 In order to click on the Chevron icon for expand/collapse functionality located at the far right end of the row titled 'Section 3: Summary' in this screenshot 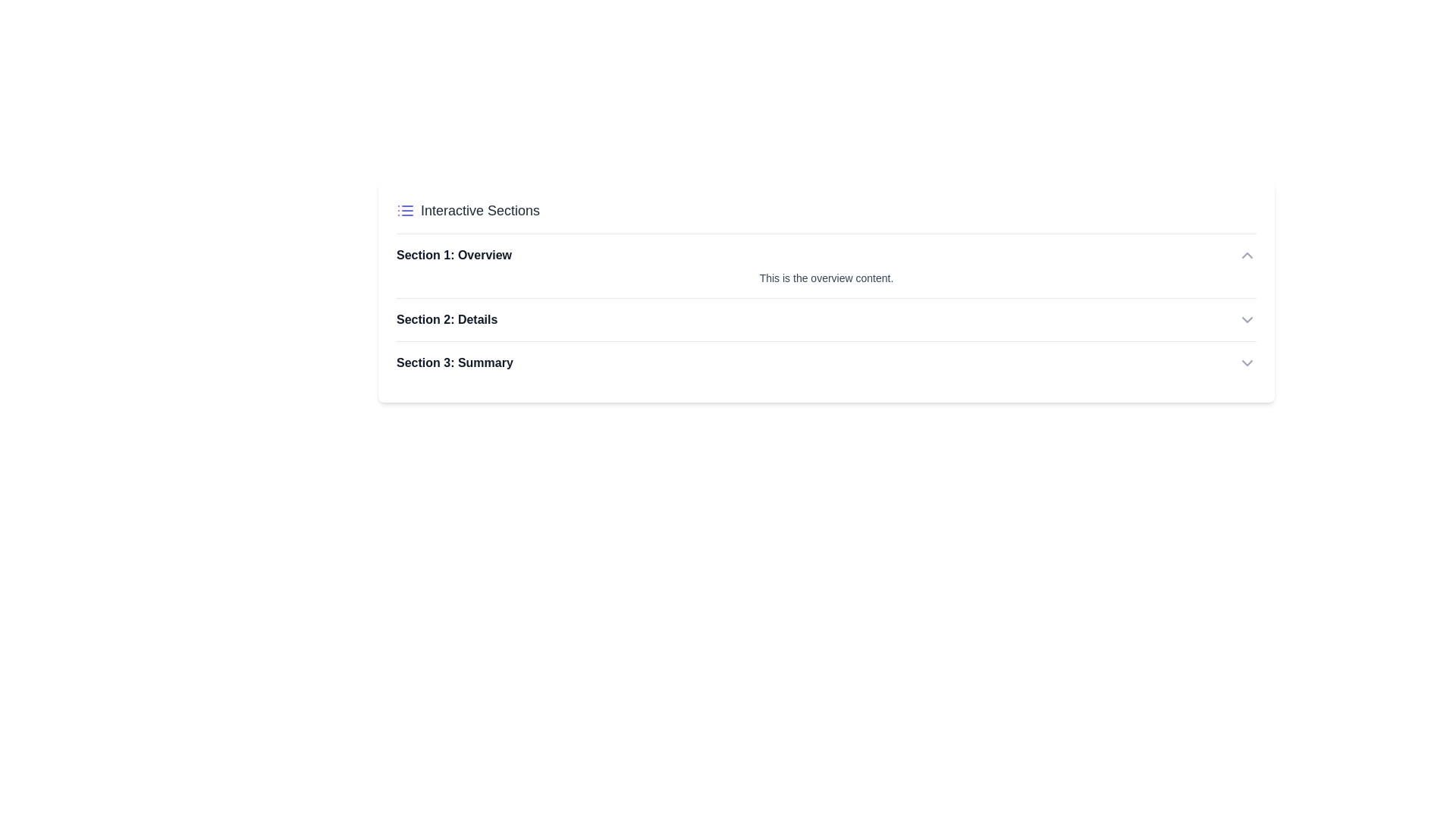, I will do `click(1247, 362)`.